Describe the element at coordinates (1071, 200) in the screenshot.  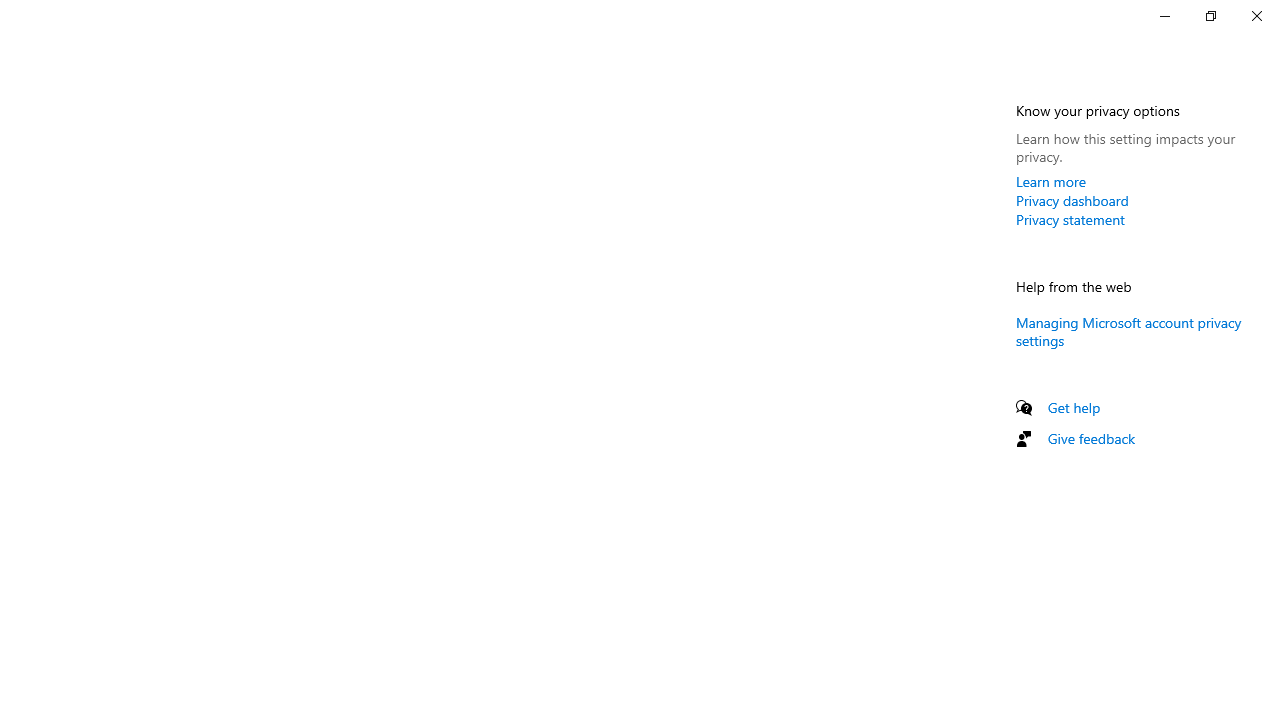
I see `'Privacy dashboard'` at that location.